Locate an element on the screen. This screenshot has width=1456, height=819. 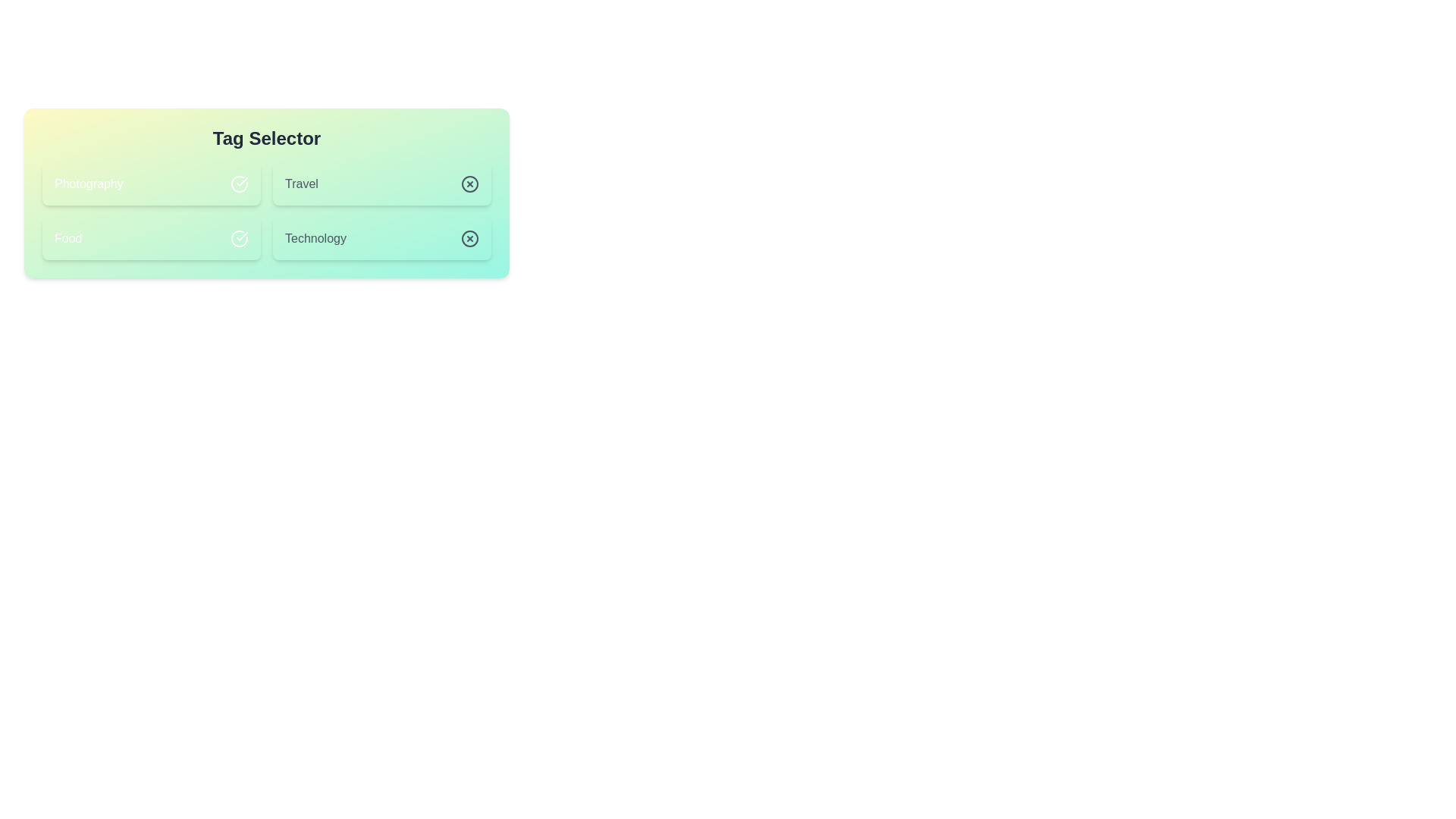
the tag labeled Technology to toggle its active state is located at coordinates (382, 239).